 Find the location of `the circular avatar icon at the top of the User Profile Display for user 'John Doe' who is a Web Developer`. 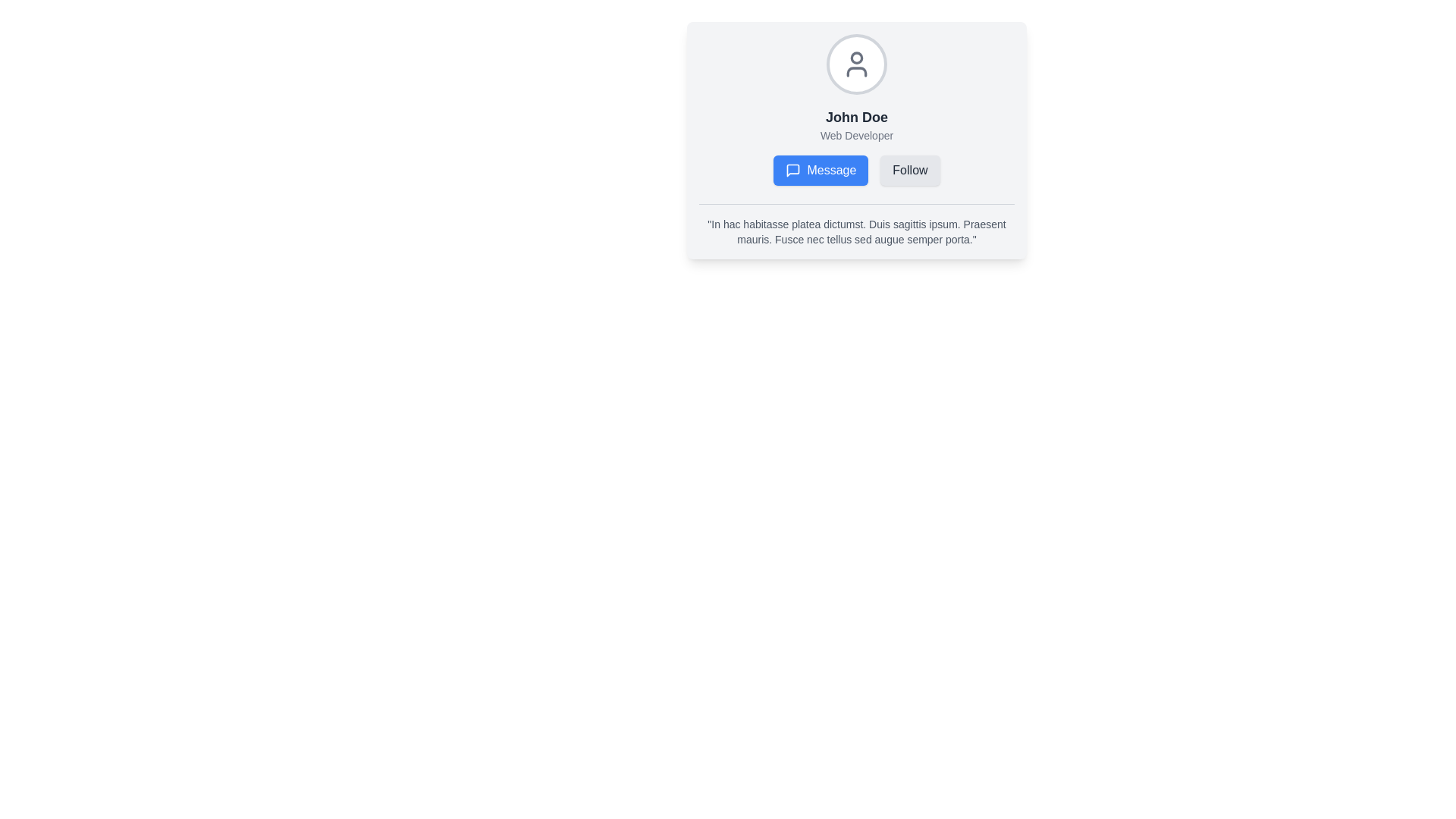

the circular avatar icon at the top of the User Profile Display for user 'John Doe' who is a Web Developer is located at coordinates (856, 109).